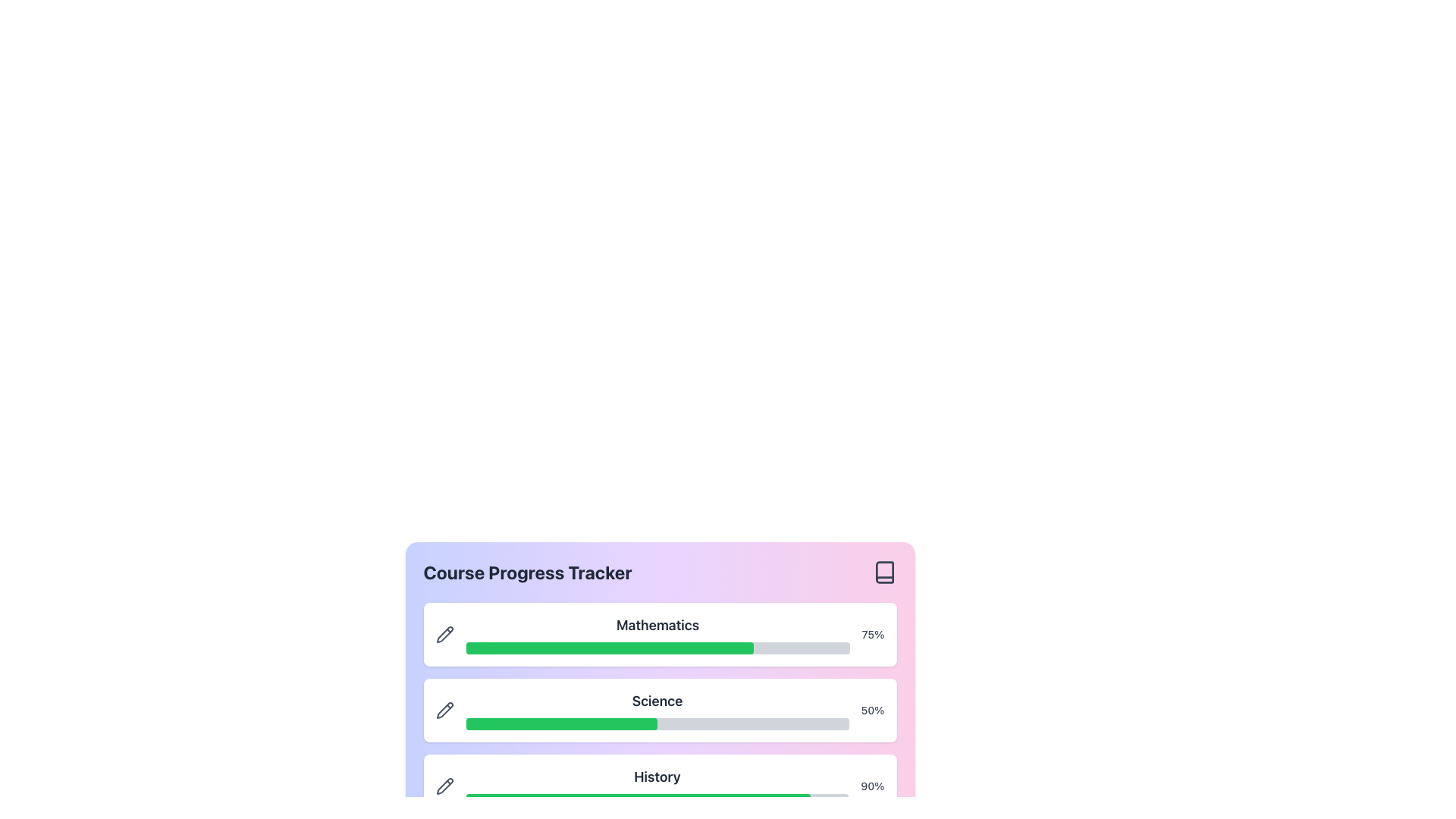  What do you see at coordinates (884, 573) in the screenshot?
I see `the icon in the top-right corner of the 'Course Progress Tracker' module` at bounding box center [884, 573].